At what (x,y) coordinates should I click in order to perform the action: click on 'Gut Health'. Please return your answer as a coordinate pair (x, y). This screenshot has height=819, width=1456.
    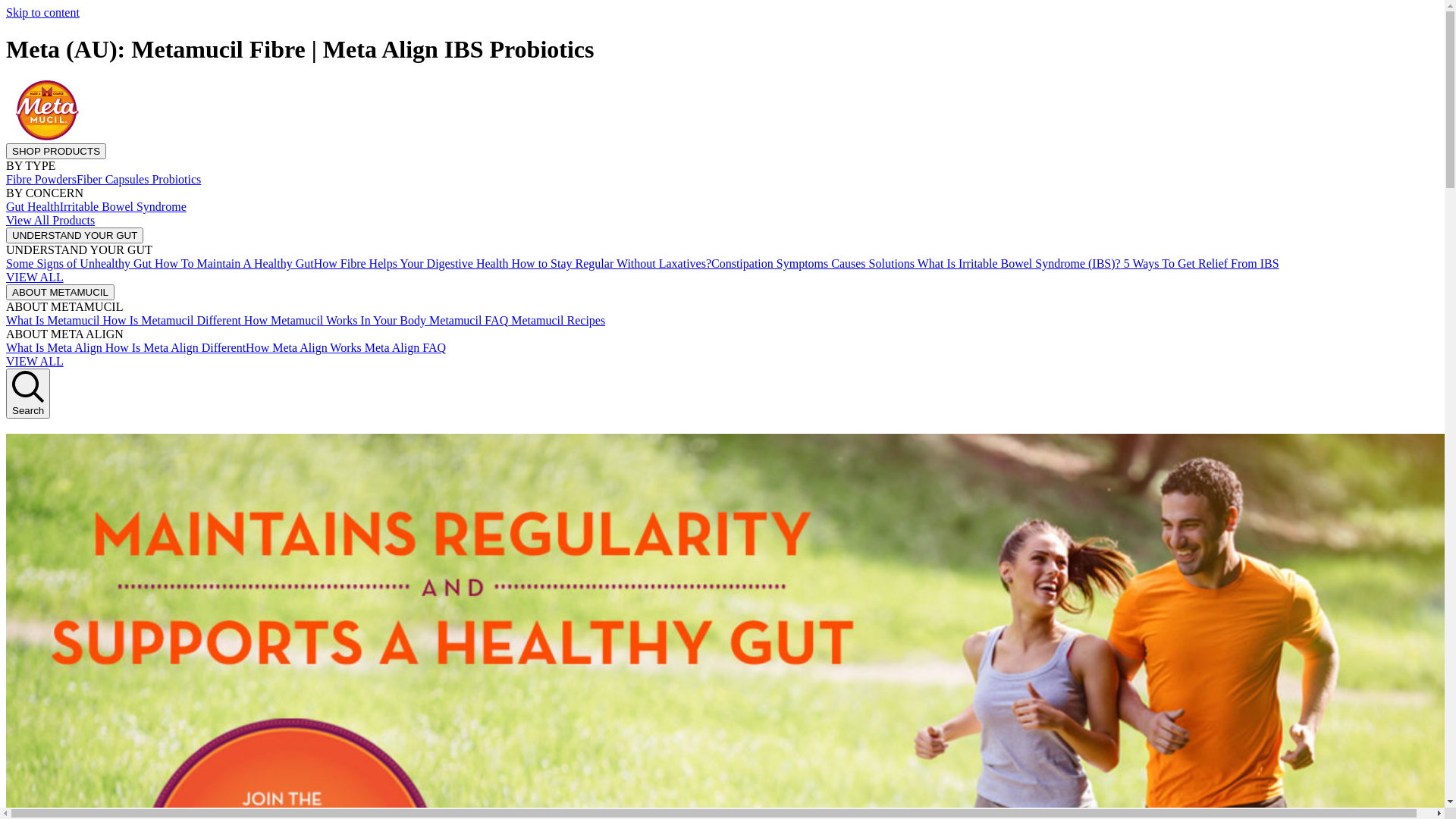
    Looking at the image, I should click on (33, 206).